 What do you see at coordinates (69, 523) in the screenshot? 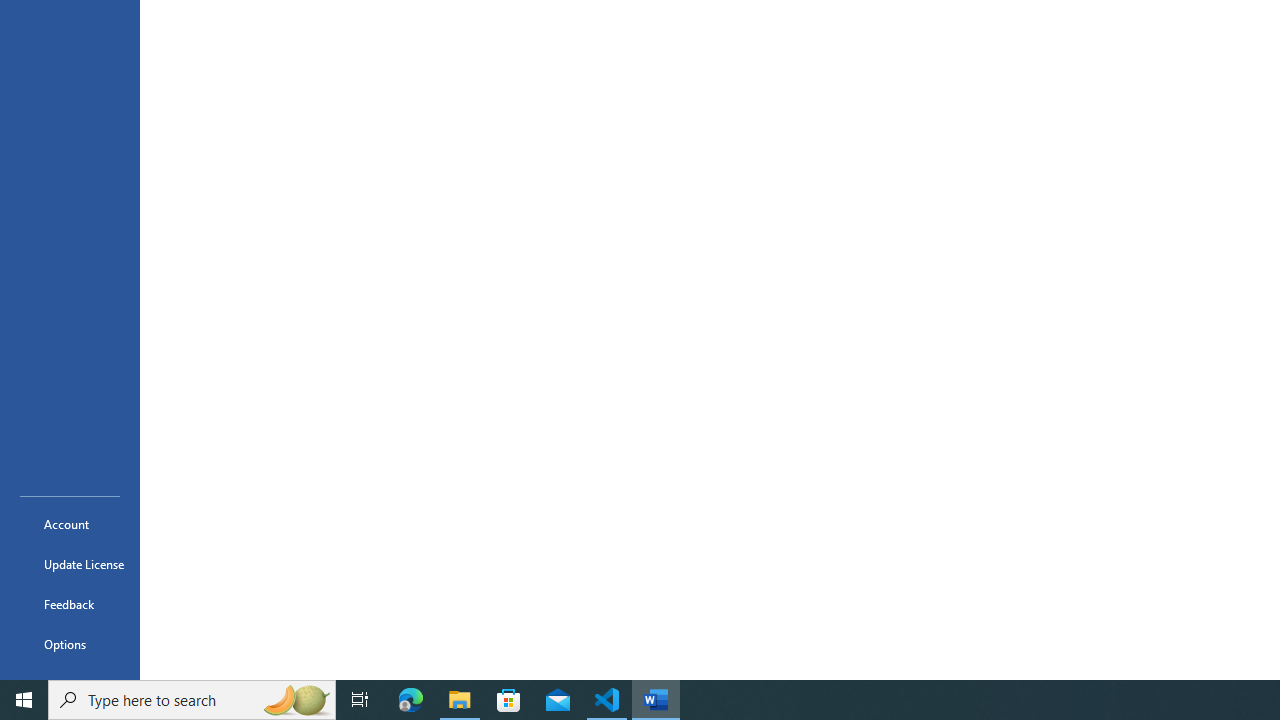
I see `'Account'` at bounding box center [69, 523].